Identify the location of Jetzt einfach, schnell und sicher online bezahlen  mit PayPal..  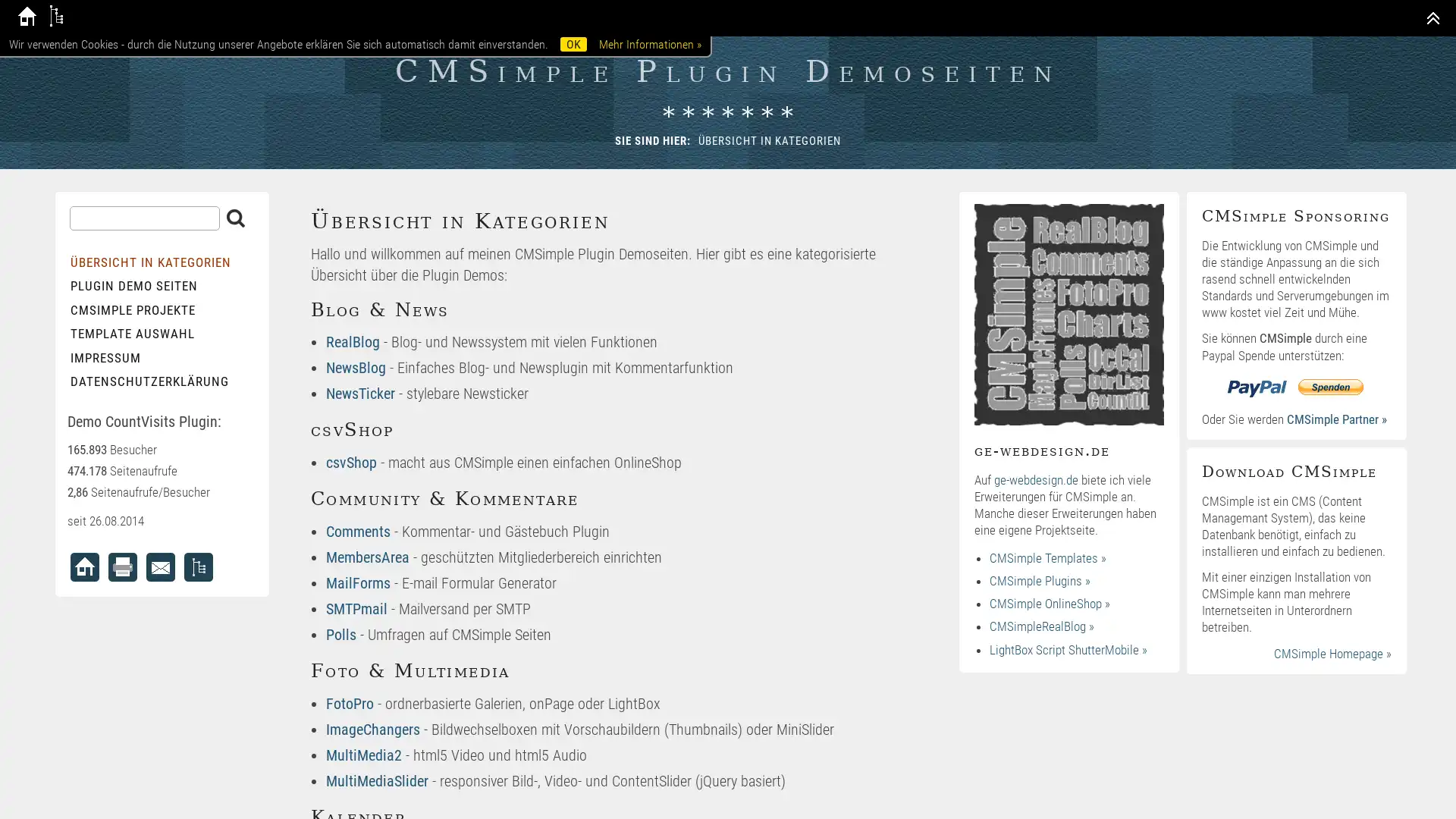
(1295, 385).